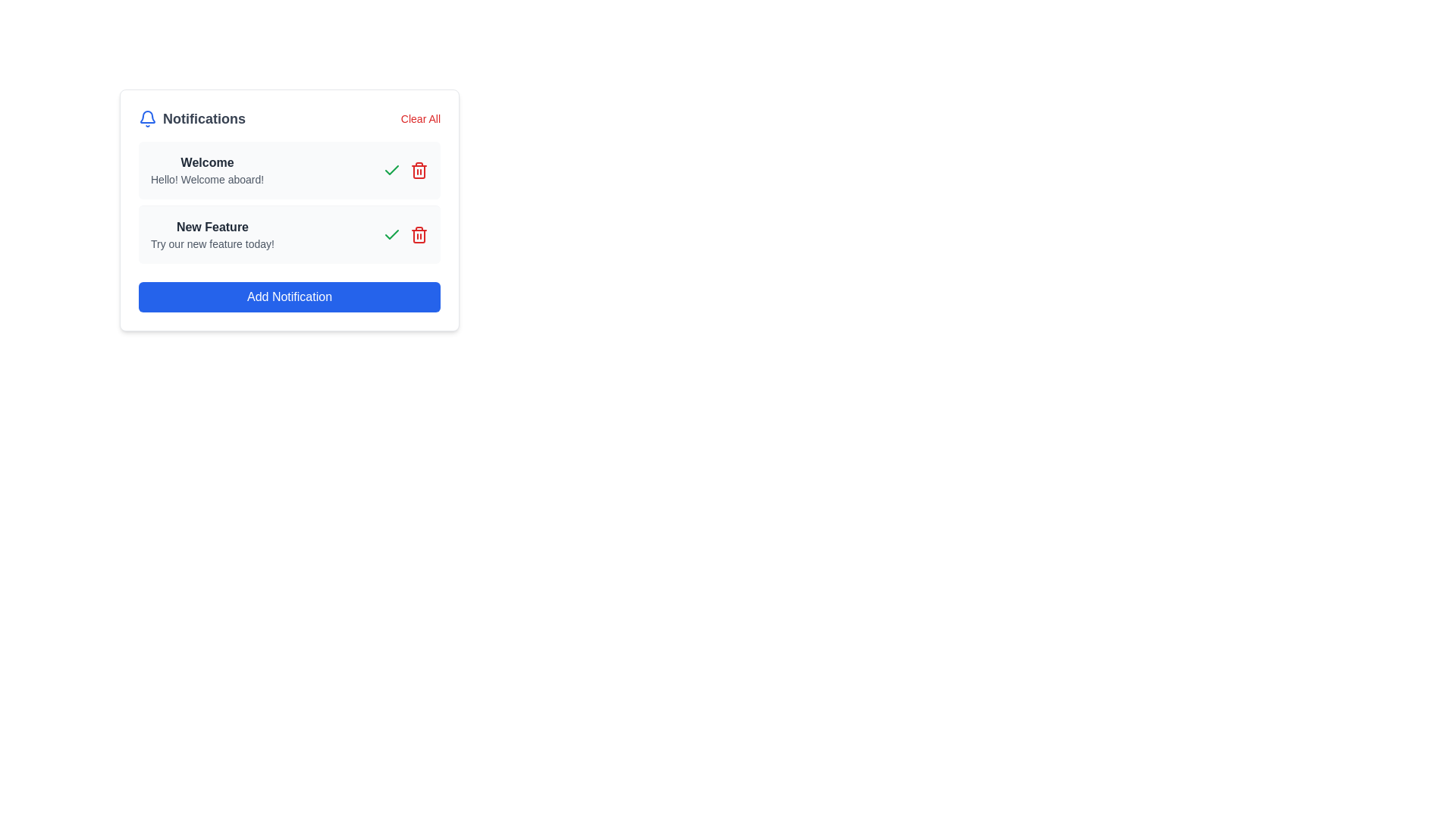 The width and height of the screenshot is (1456, 819). What do you see at coordinates (419, 234) in the screenshot?
I see `the red trash bin icon` at bounding box center [419, 234].